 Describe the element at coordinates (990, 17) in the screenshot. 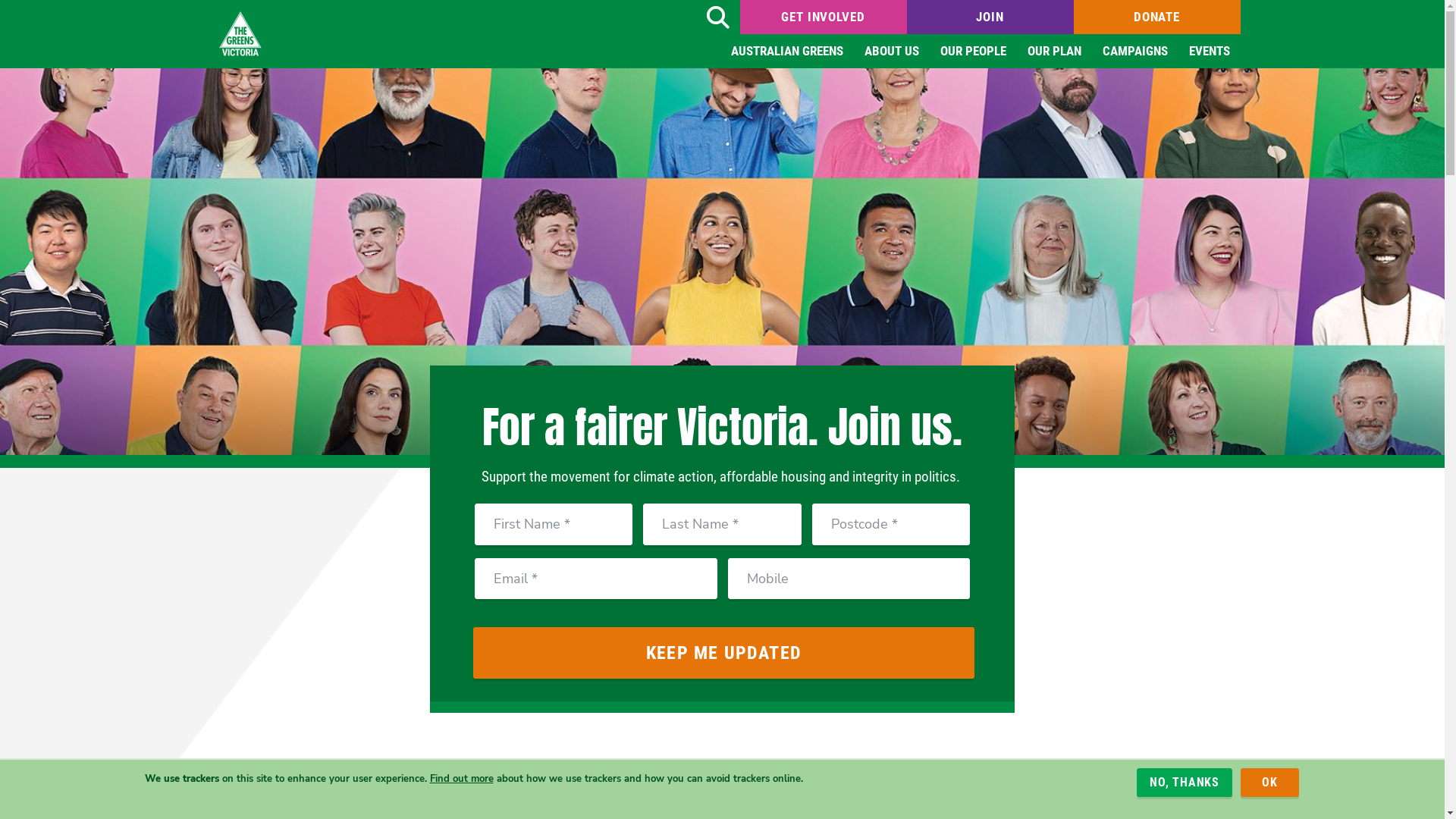

I see `'JOIN'` at that location.